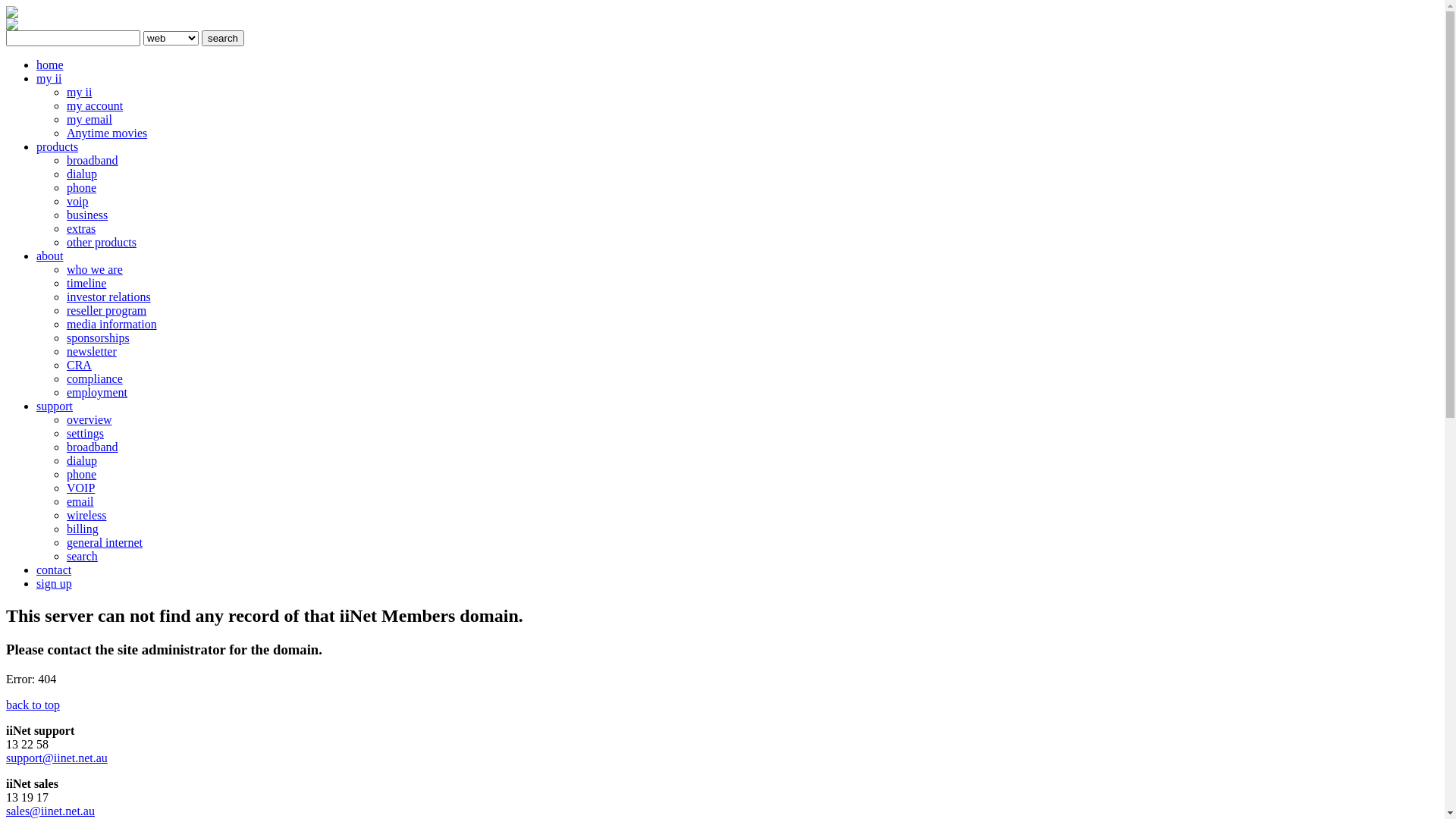 Image resolution: width=1456 pixels, height=819 pixels. I want to click on 'voip', so click(65, 200).